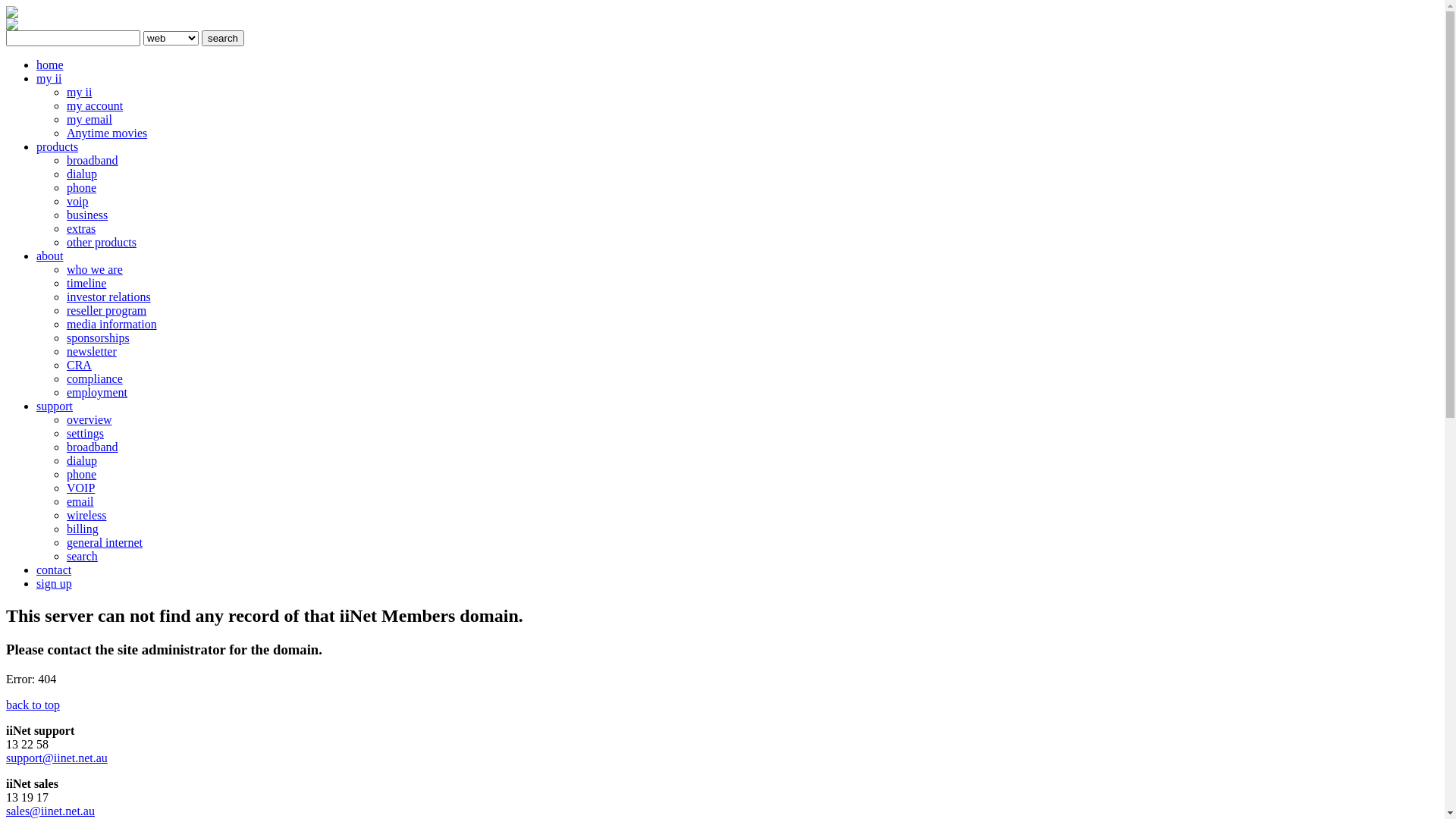 Image resolution: width=1456 pixels, height=819 pixels. I want to click on 'voip', so click(65, 200).